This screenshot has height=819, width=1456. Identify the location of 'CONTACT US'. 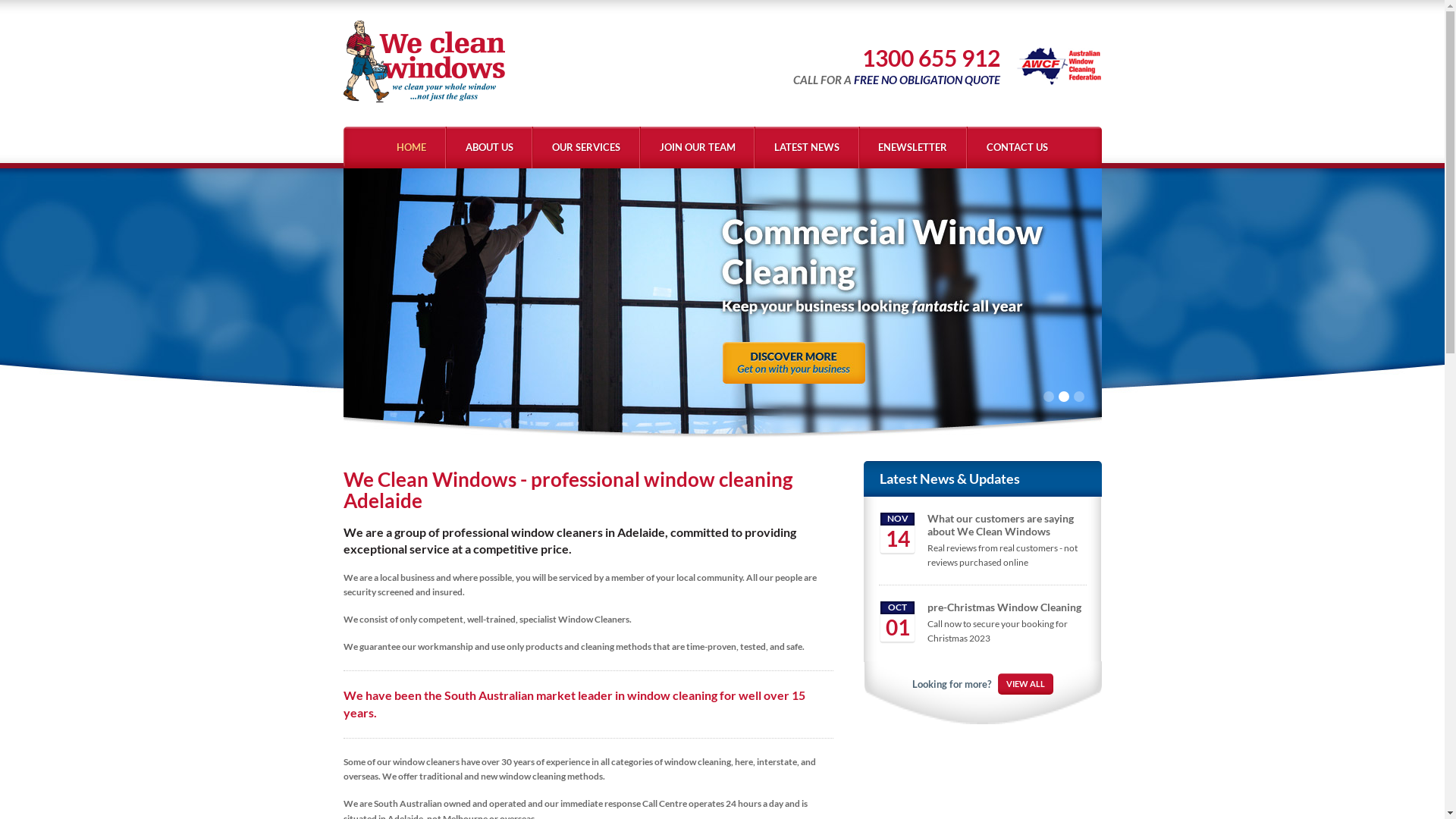
(1016, 147).